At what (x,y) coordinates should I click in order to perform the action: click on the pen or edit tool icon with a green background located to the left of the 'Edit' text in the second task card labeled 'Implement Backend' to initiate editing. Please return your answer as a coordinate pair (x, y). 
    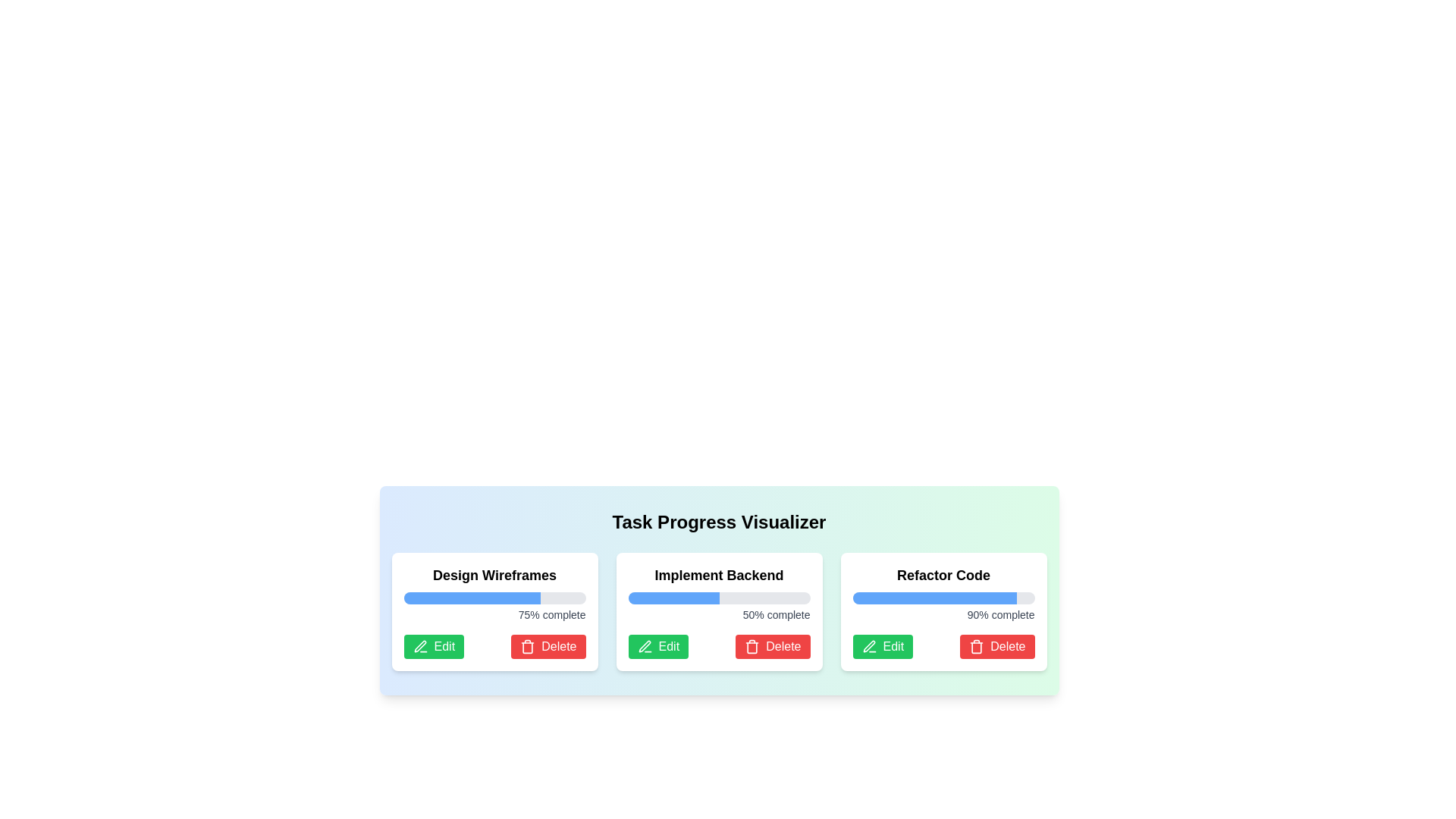
    Looking at the image, I should click on (645, 646).